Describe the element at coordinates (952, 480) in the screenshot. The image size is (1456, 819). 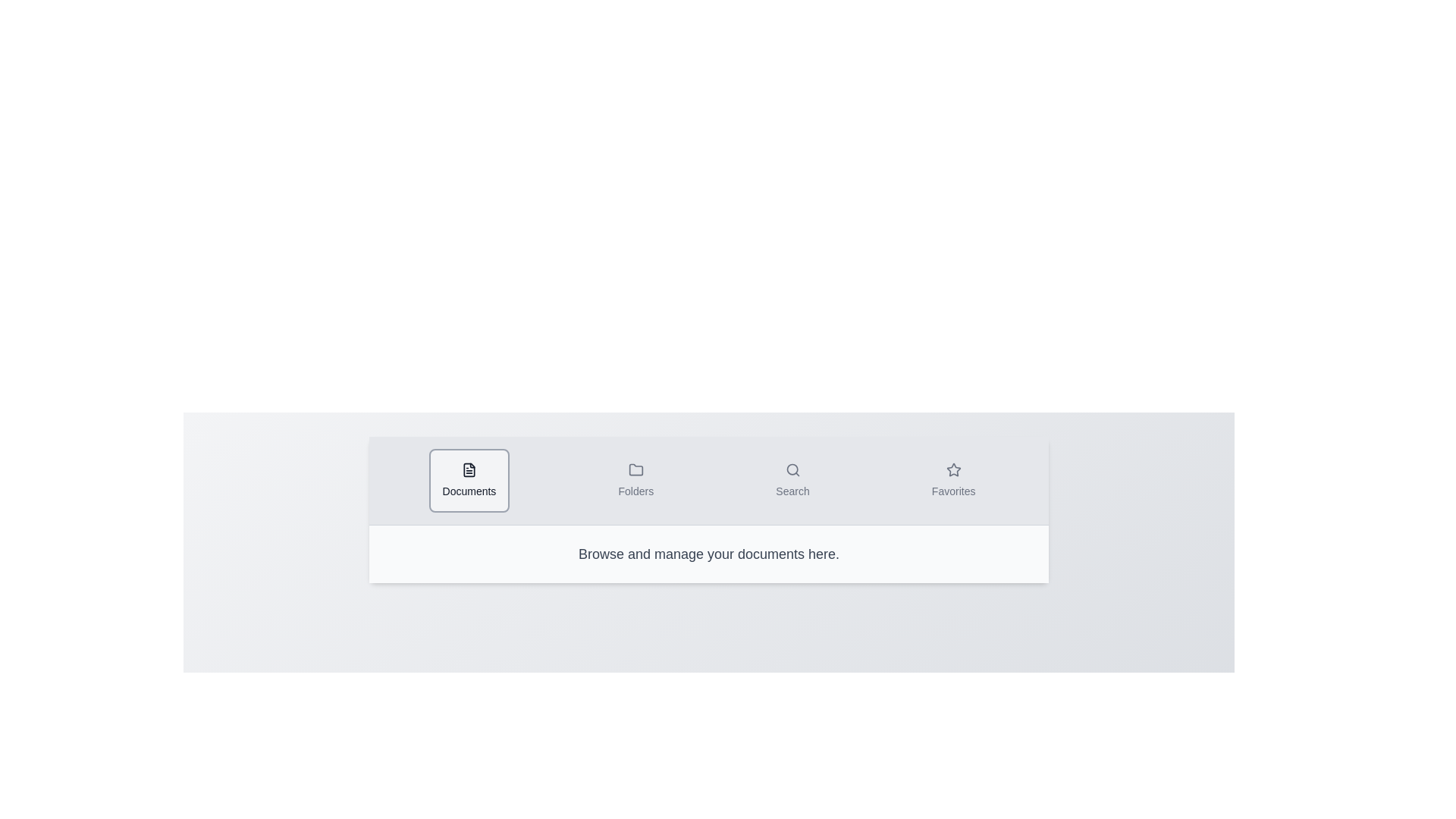
I see `the tab labeled Favorites` at that location.